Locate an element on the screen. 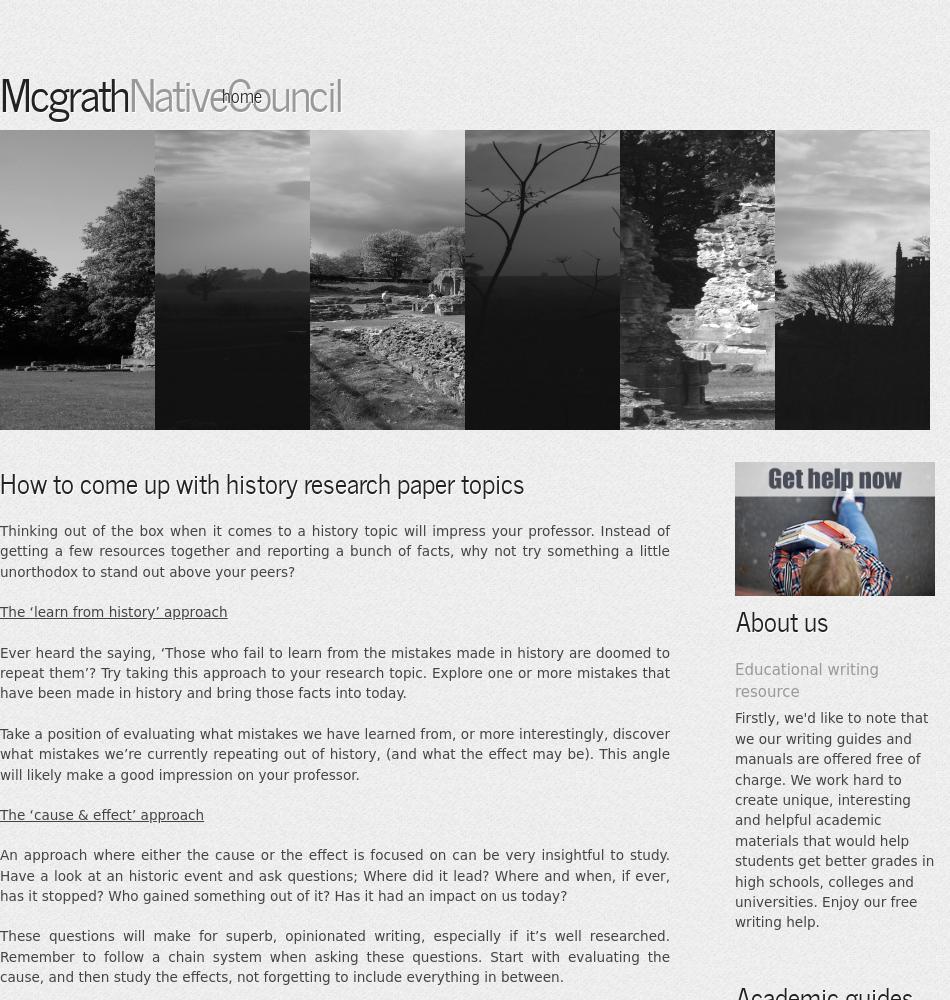 Image resolution: width=950 pixels, height=1000 pixels. 'The ‘learn from history’ approach' is located at coordinates (113, 611).